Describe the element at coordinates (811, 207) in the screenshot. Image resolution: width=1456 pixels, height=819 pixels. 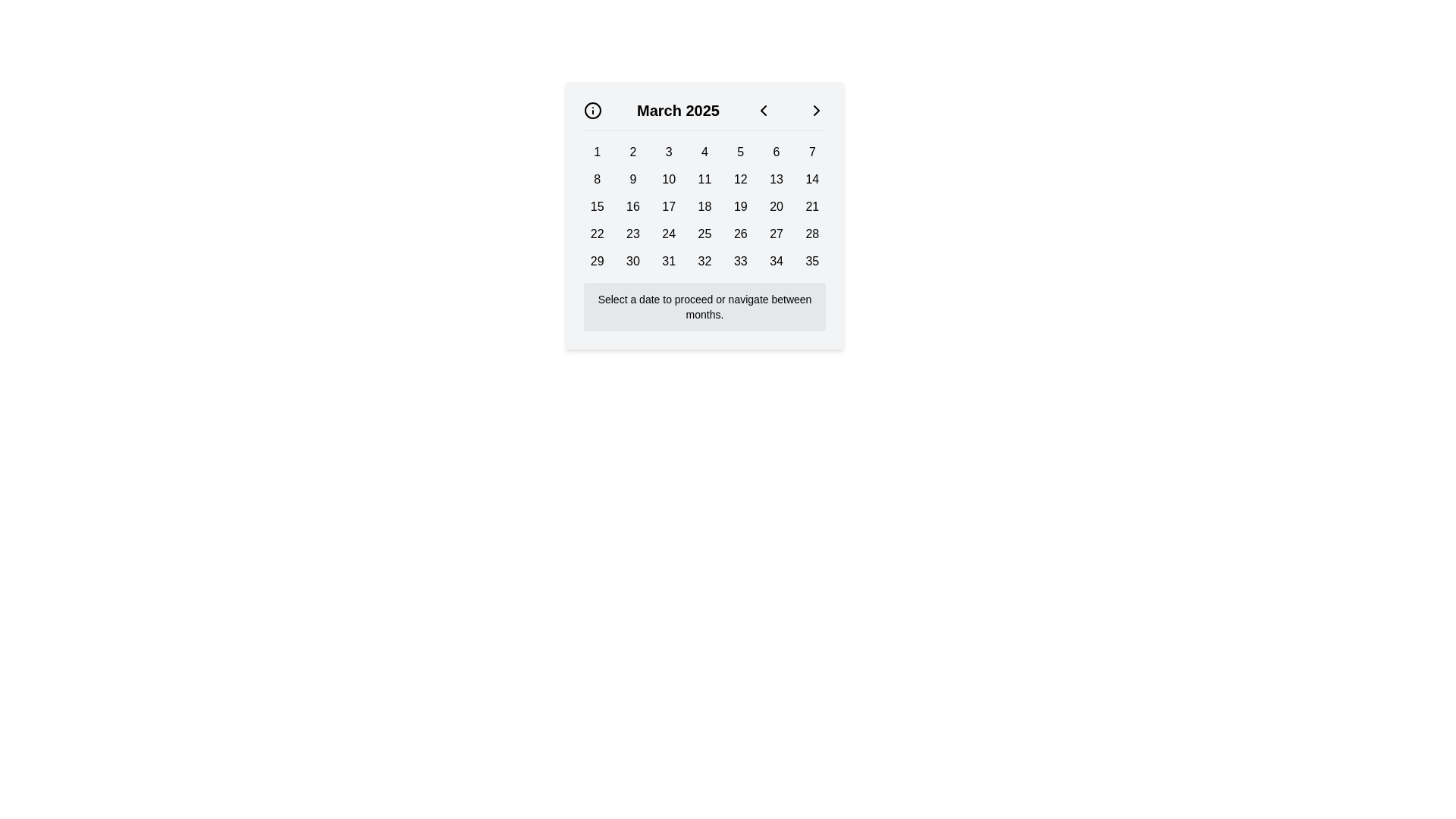
I see `the button displaying '21' in bold black text` at that location.